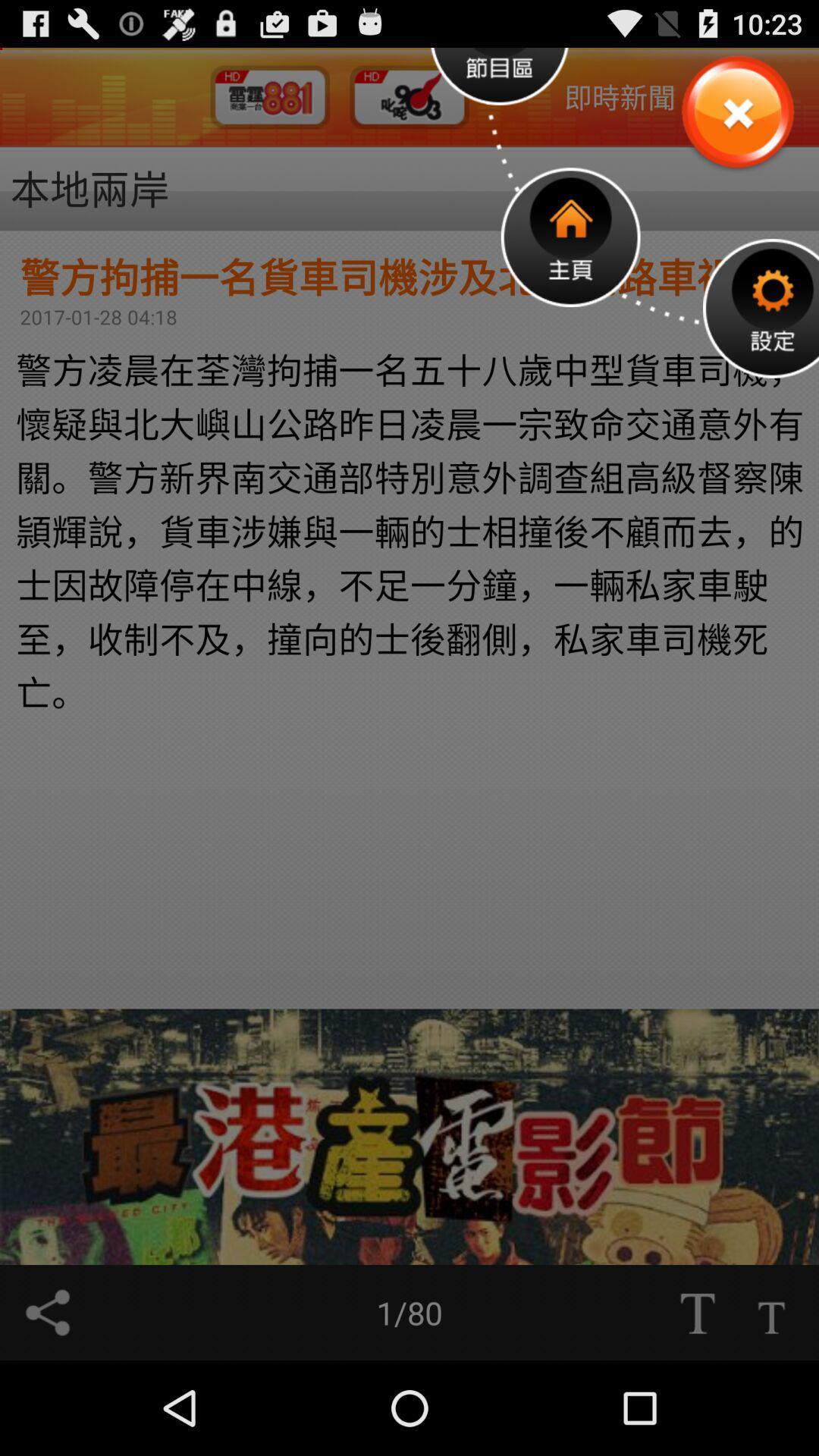 This screenshot has width=819, height=1456. Describe the element at coordinates (697, 1404) in the screenshot. I see `the font icon` at that location.